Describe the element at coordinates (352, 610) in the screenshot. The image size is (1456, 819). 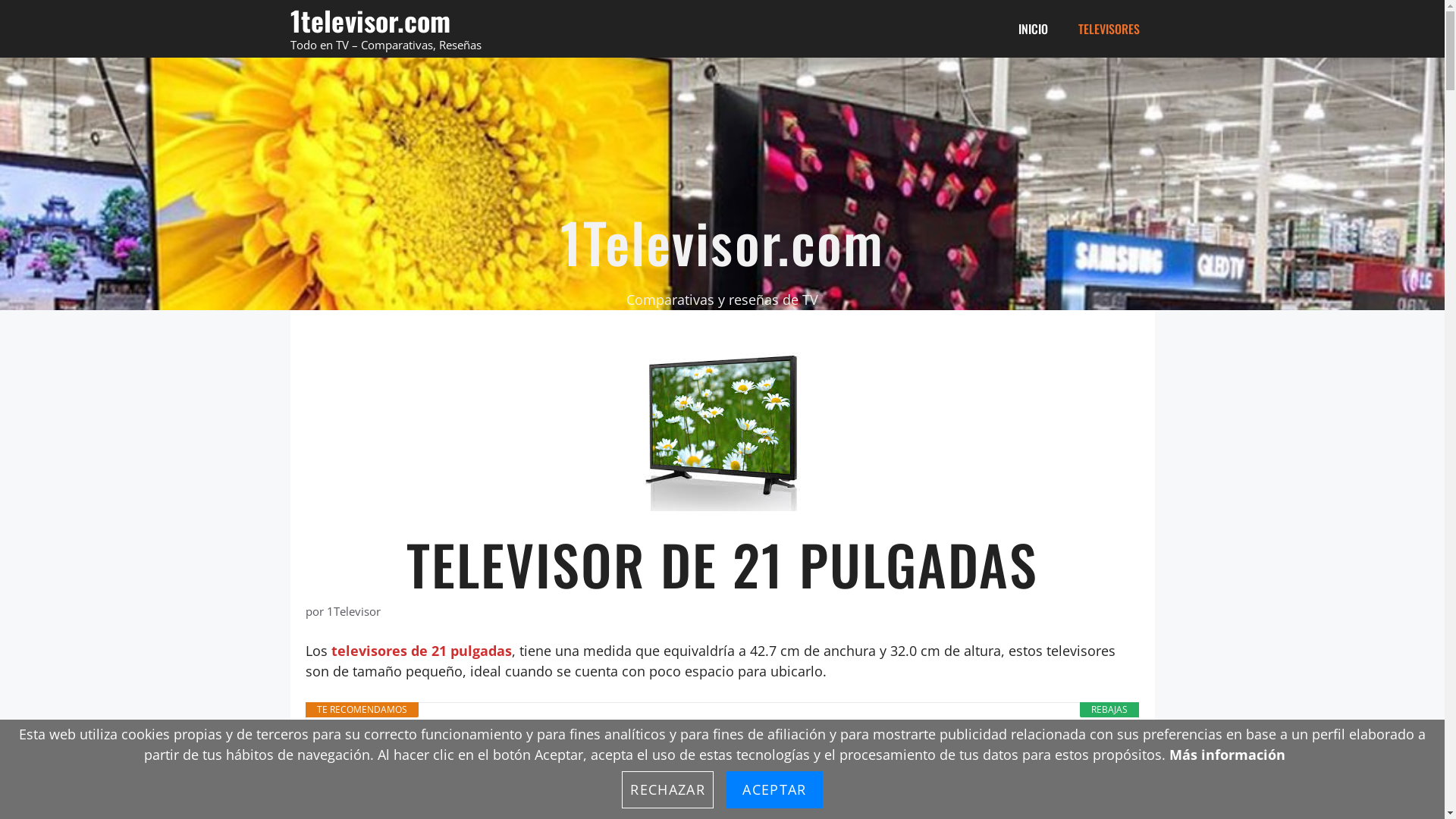
I see `'1Televisor'` at that location.